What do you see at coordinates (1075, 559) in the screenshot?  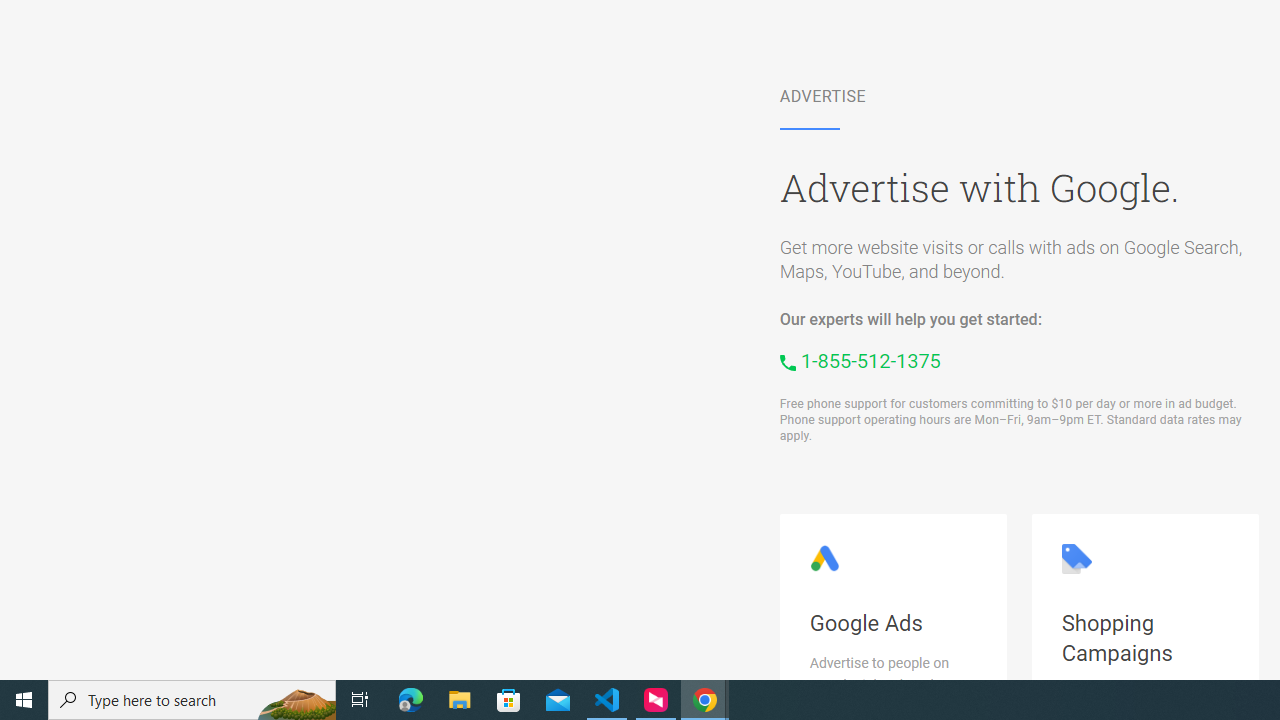 I see `'Google Shopping logo'` at bounding box center [1075, 559].